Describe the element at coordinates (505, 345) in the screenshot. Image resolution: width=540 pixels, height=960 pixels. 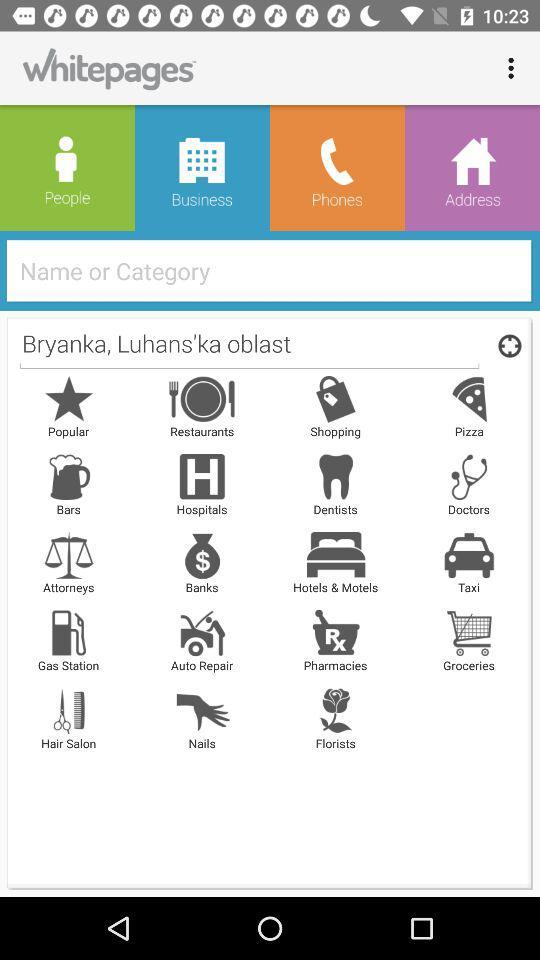
I see `the location_crosshair icon` at that location.